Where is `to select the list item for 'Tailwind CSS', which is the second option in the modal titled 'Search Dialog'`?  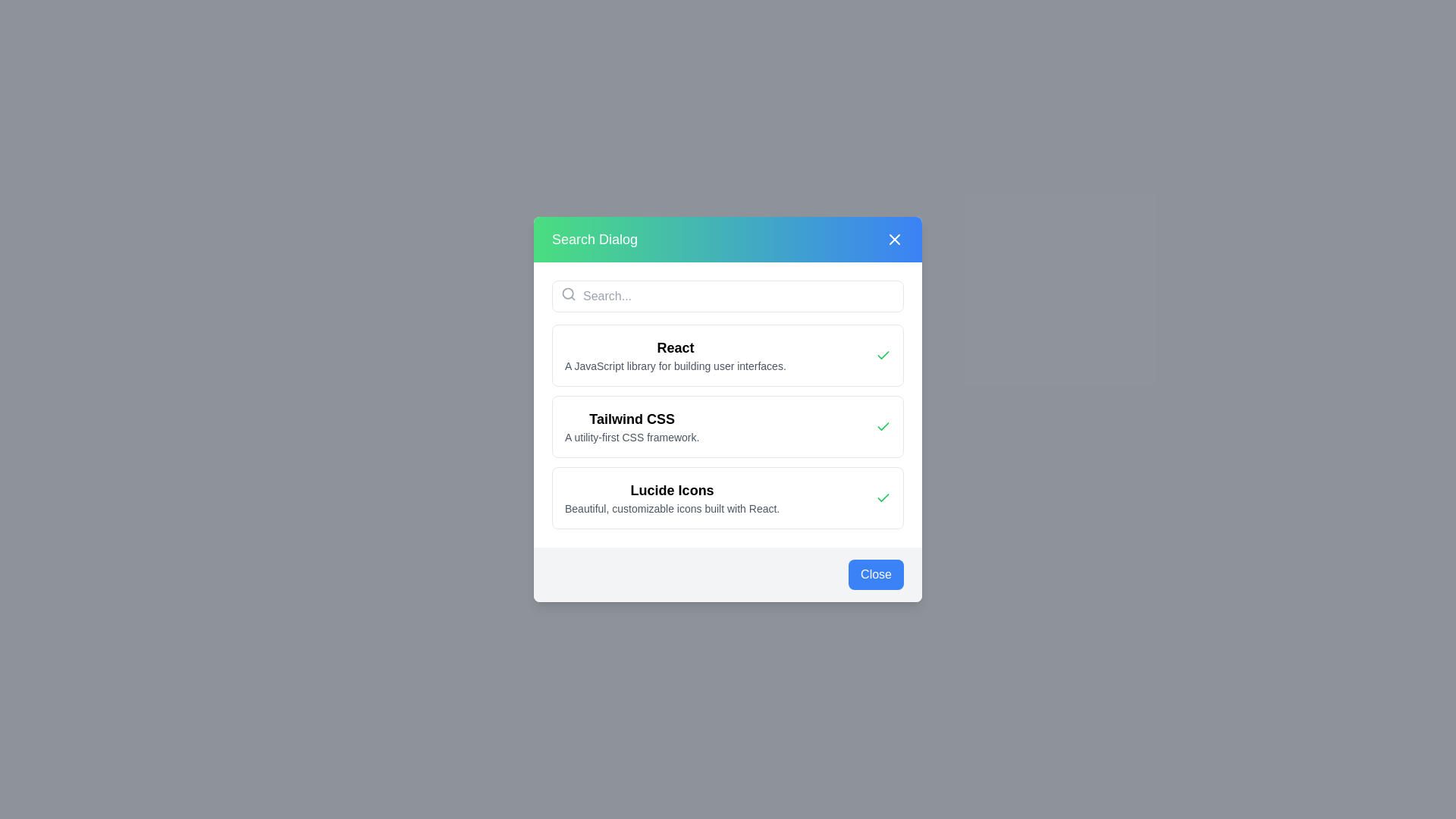
to select the list item for 'Tailwind CSS', which is the second option in the modal titled 'Search Dialog' is located at coordinates (728, 427).